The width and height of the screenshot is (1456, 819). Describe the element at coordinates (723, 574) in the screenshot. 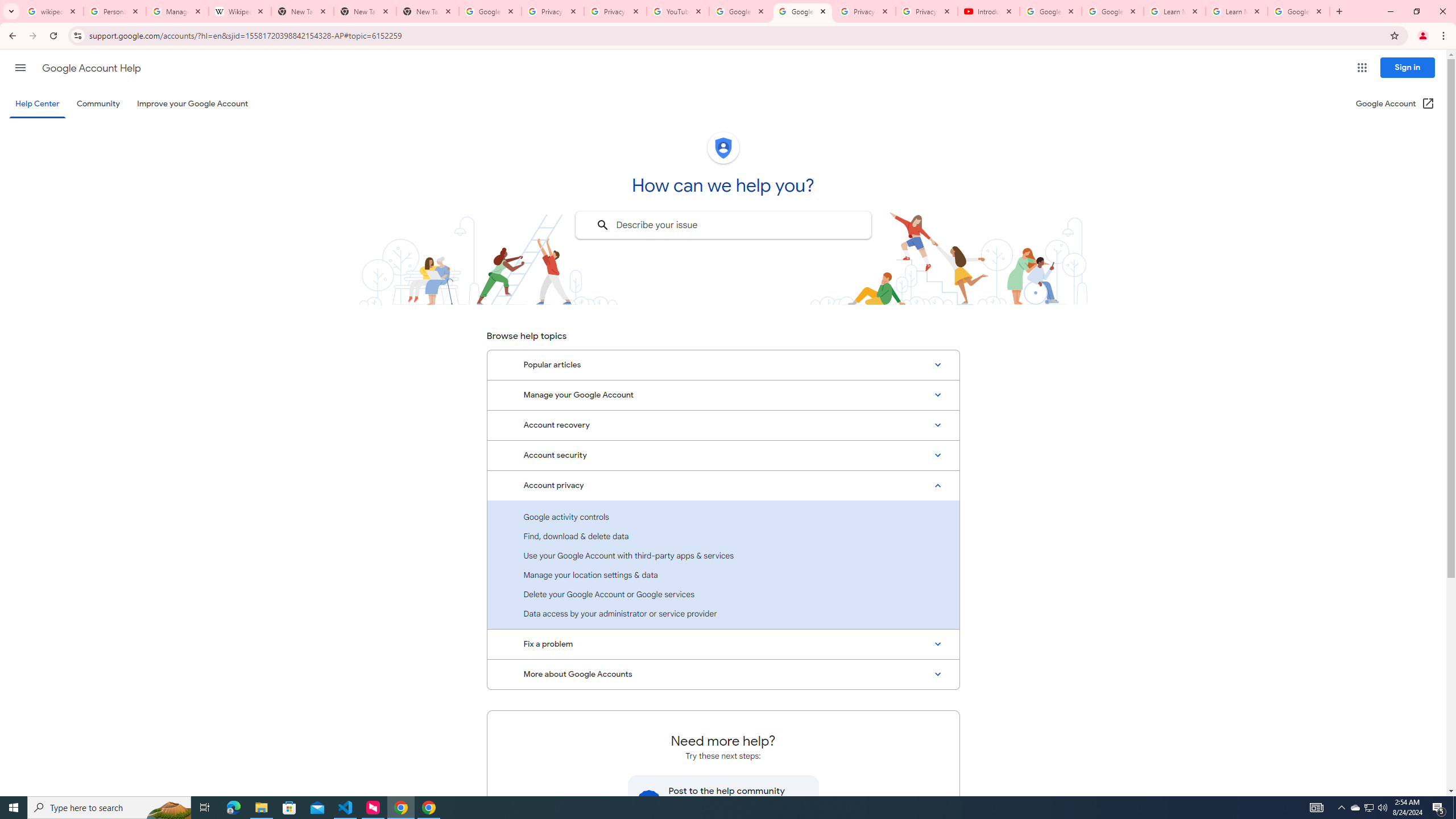

I see `'Manage your location settings & data'` at that location.